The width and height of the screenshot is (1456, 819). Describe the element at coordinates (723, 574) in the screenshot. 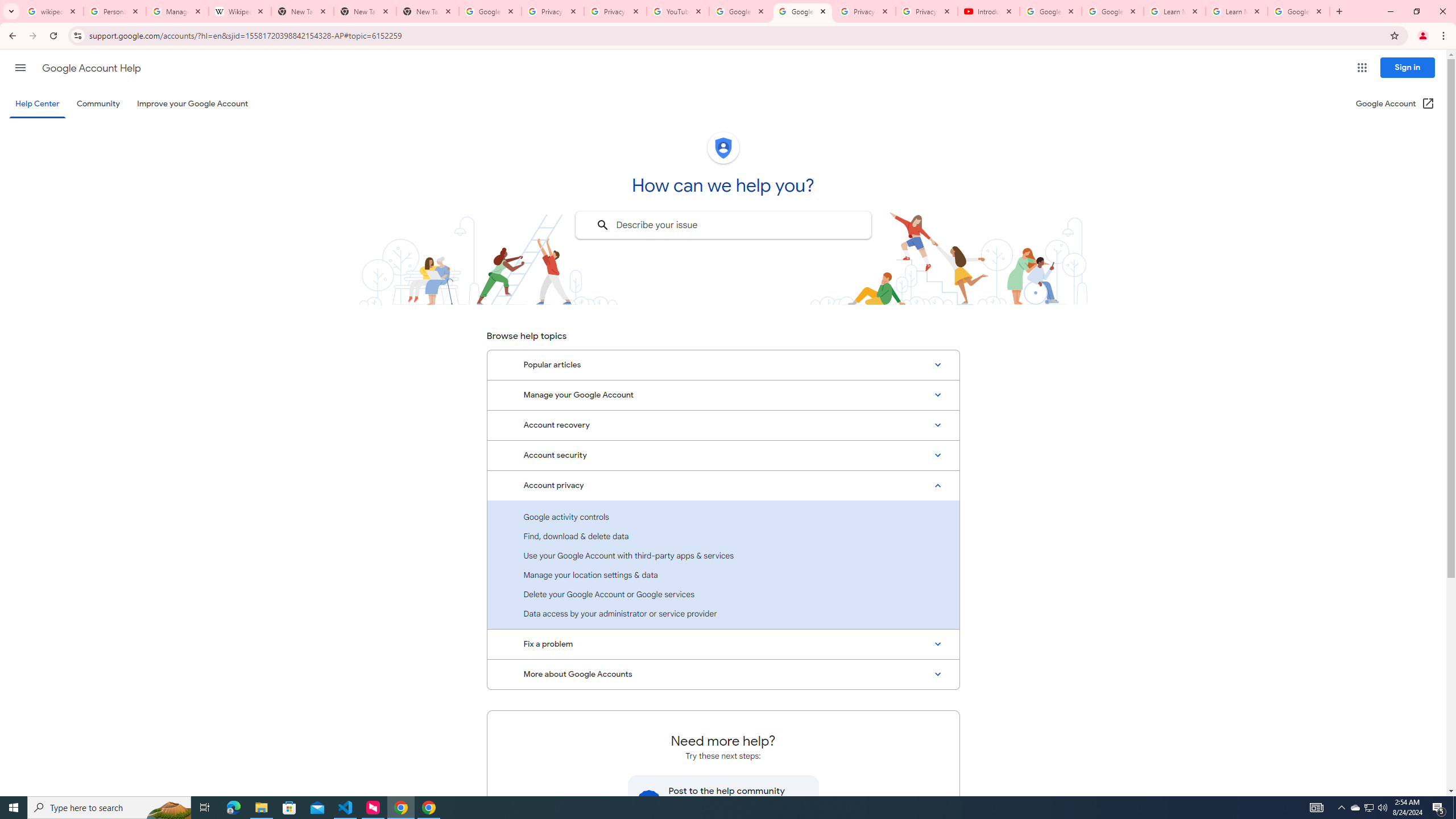

I see `'Manage your location settings & data'` at that location.